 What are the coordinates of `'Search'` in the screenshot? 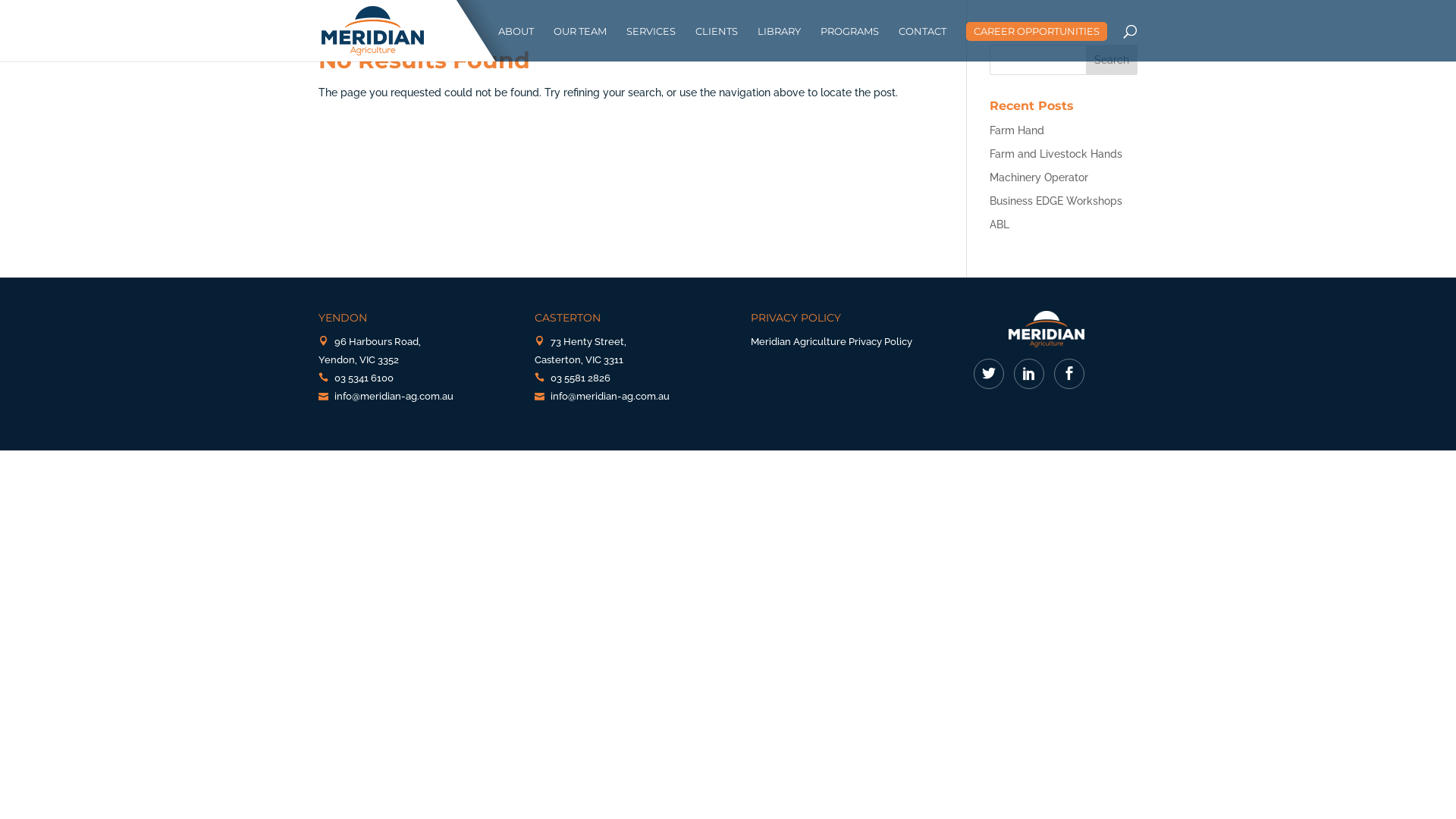 It's located at (1111, 58).